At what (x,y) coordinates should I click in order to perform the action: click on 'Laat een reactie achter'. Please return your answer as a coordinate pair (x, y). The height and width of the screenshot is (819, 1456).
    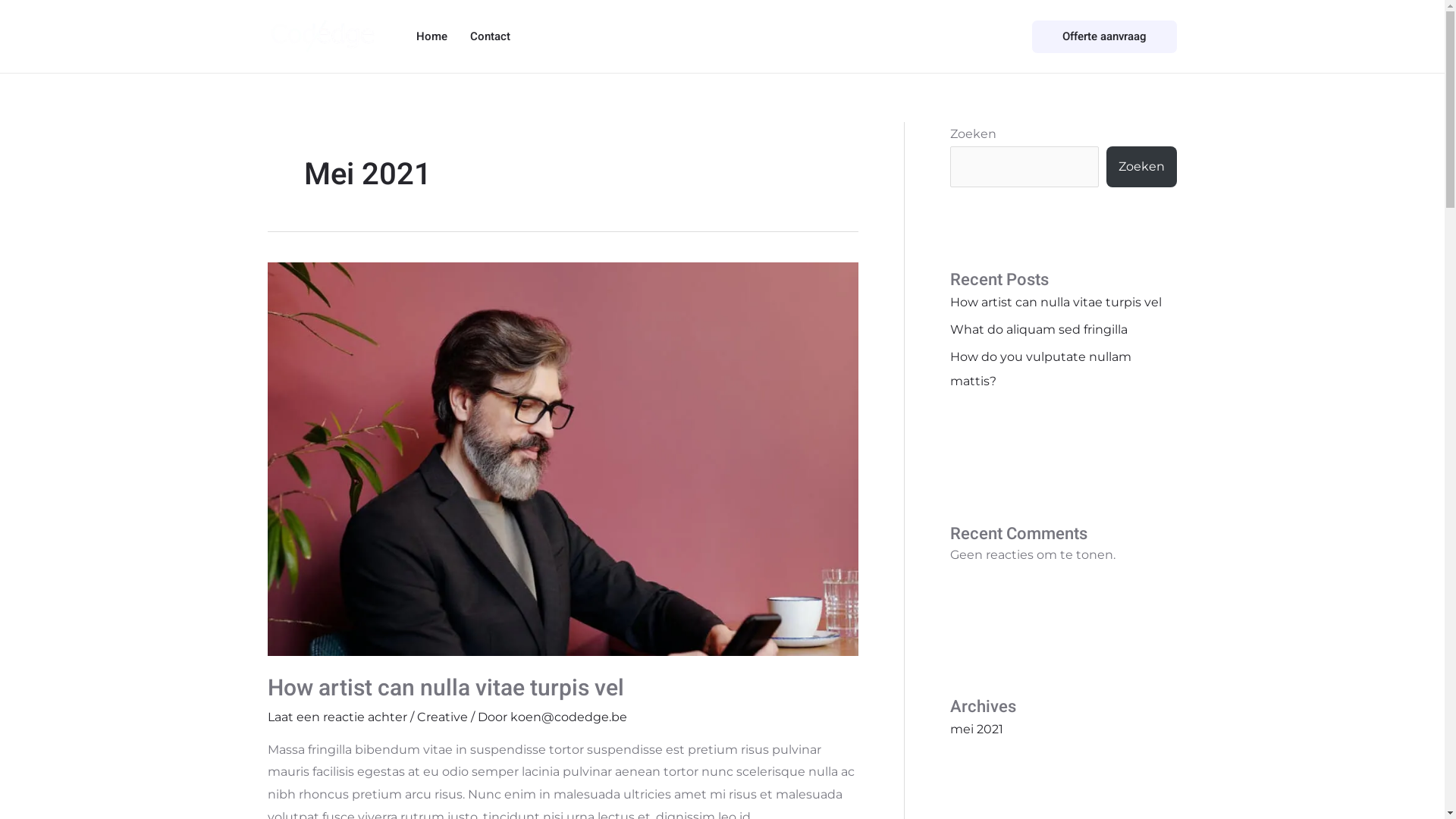
    Looking at the image, I should click on (336, 717).